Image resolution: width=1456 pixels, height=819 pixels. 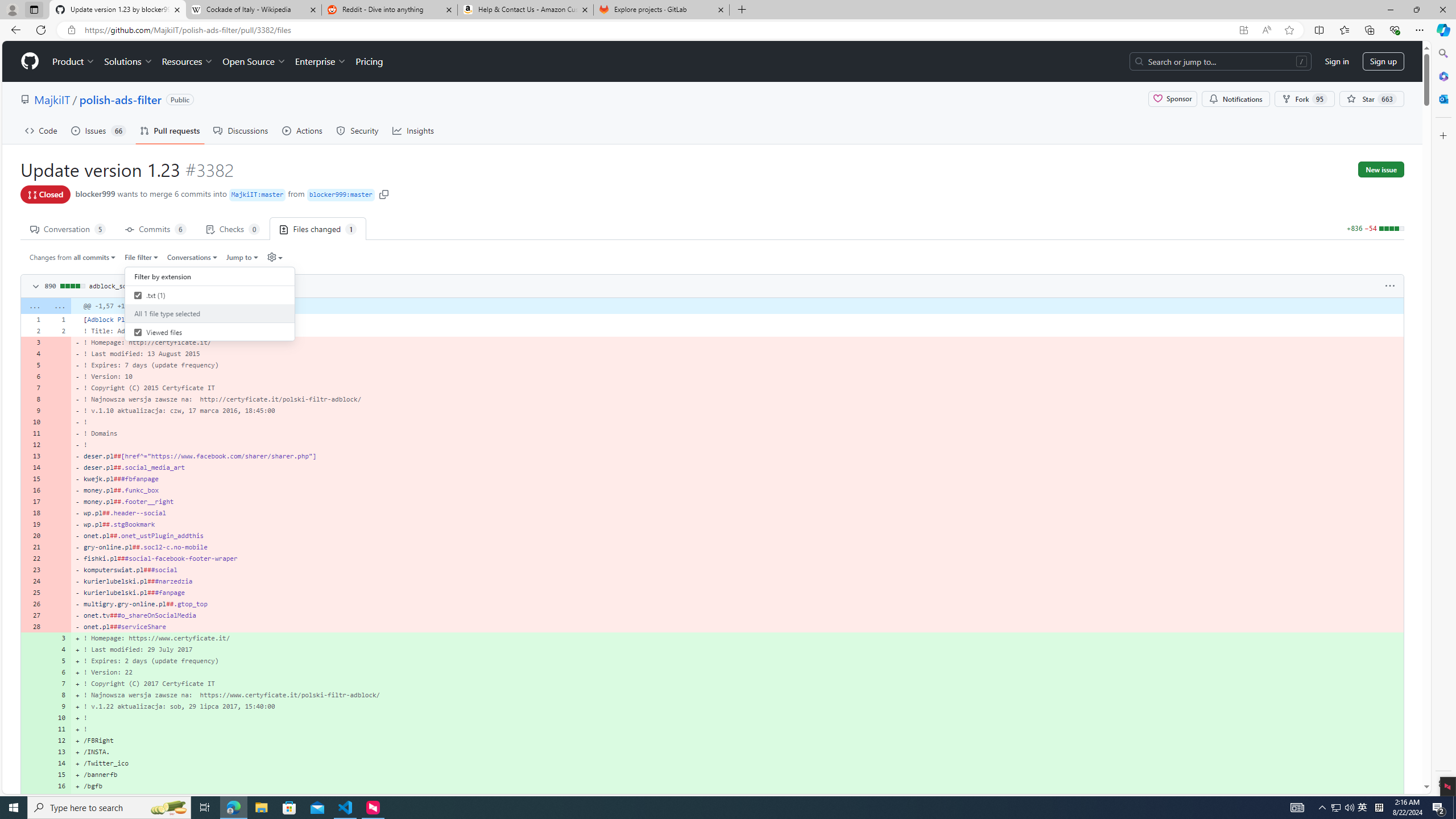 What do you see at coordinates (413, 130) in the screenshot?
I see `'Insights'` at bounding box center [413, 130].